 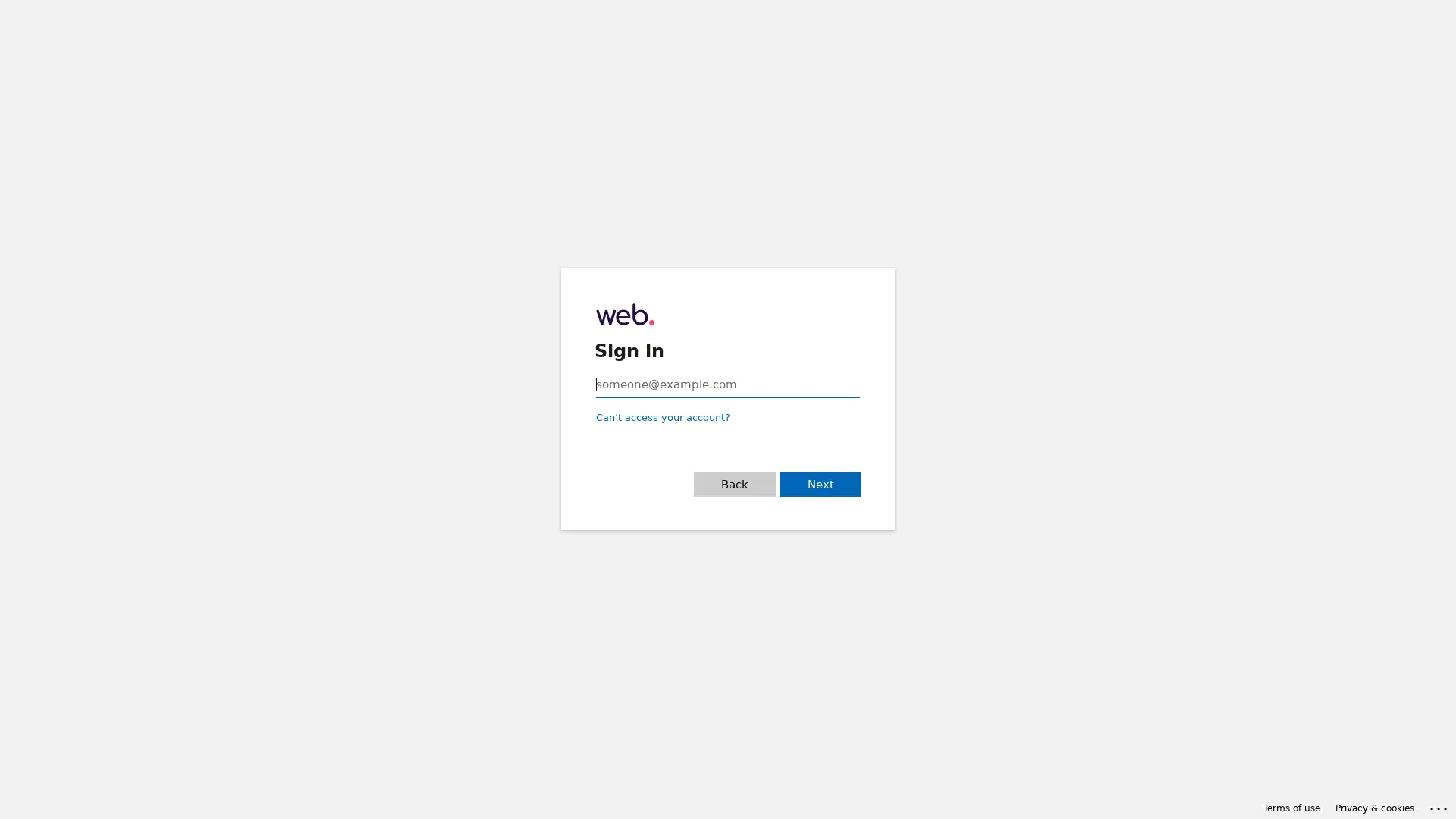 I want to click on Click here for troubleshooting information, so click(x=1439, y=805).